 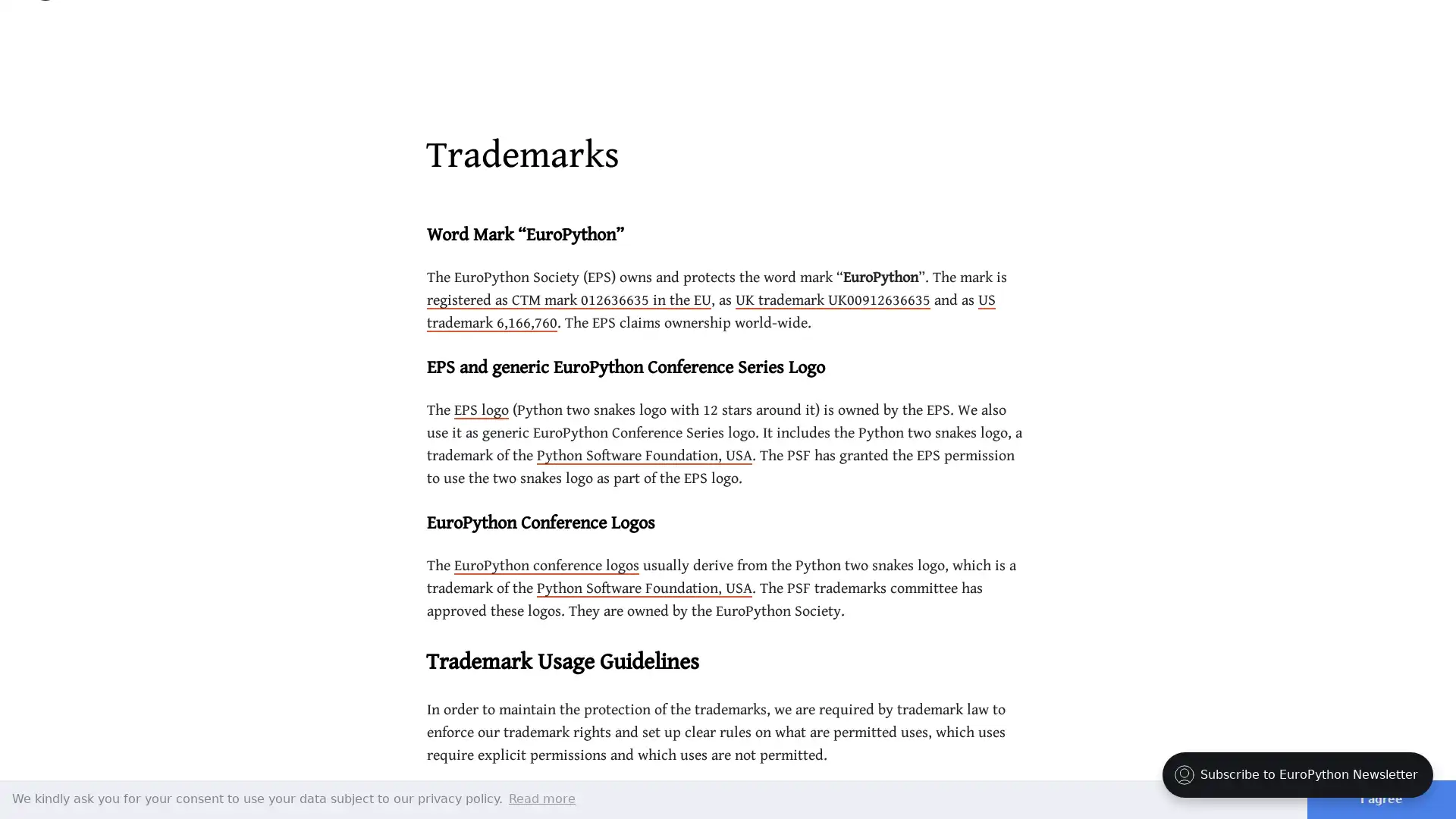 I want to click on learn more about cookies, so click(x=542, y=798).